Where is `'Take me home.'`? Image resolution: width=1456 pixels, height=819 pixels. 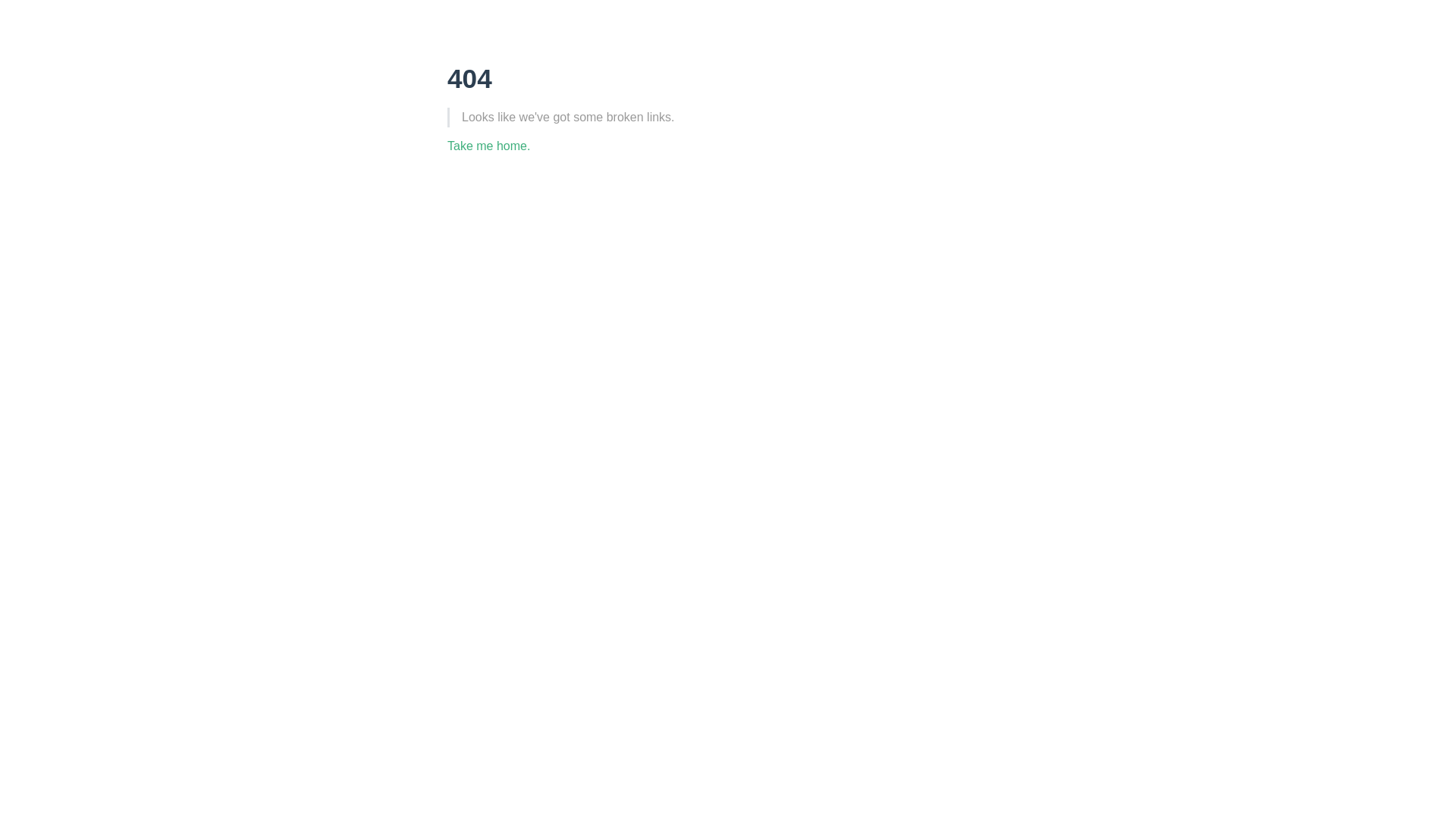
'Take me home.' is located at coordinates (447, 146).